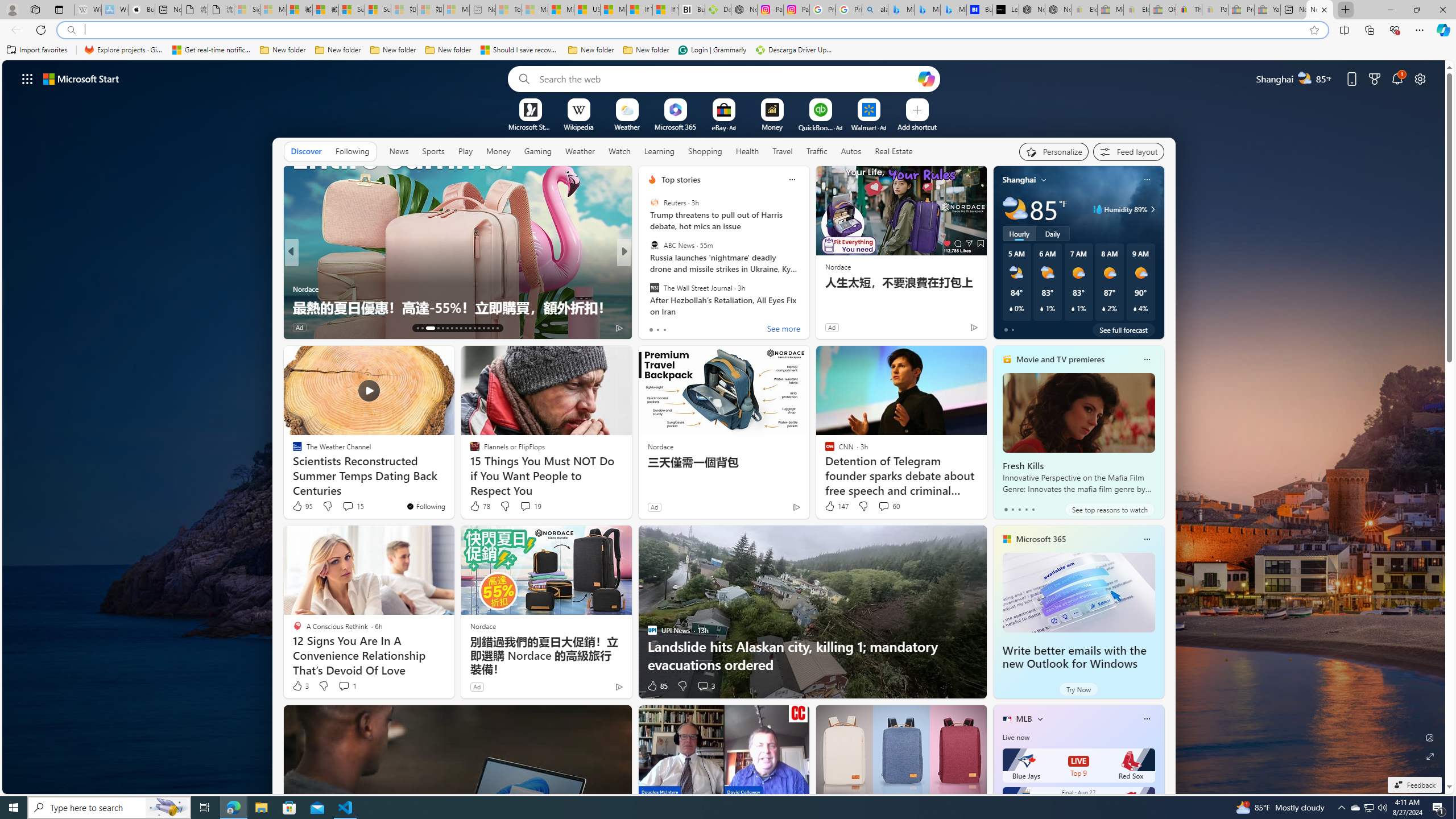 The image size is (1456, 819). What do you see at coordinates (27, 78) in the screenshot?
I see `'AutomationID: waffle'` at bounding box center [27, 78].